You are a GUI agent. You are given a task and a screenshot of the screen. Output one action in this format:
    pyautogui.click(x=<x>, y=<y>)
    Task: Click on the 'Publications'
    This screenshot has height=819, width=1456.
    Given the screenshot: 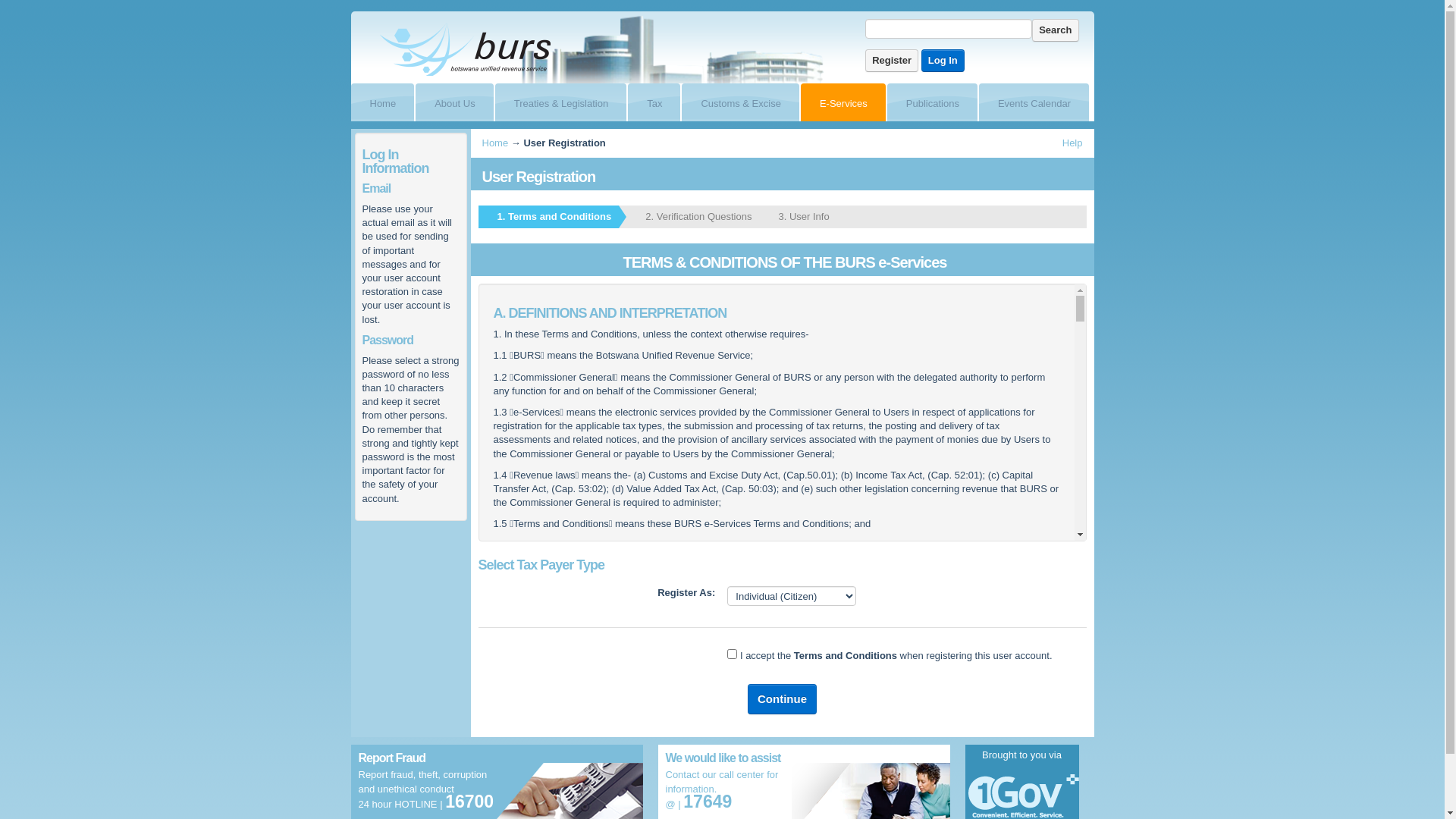 What is the action you would take?
    pyautogui.click(x=924, y=102)
    